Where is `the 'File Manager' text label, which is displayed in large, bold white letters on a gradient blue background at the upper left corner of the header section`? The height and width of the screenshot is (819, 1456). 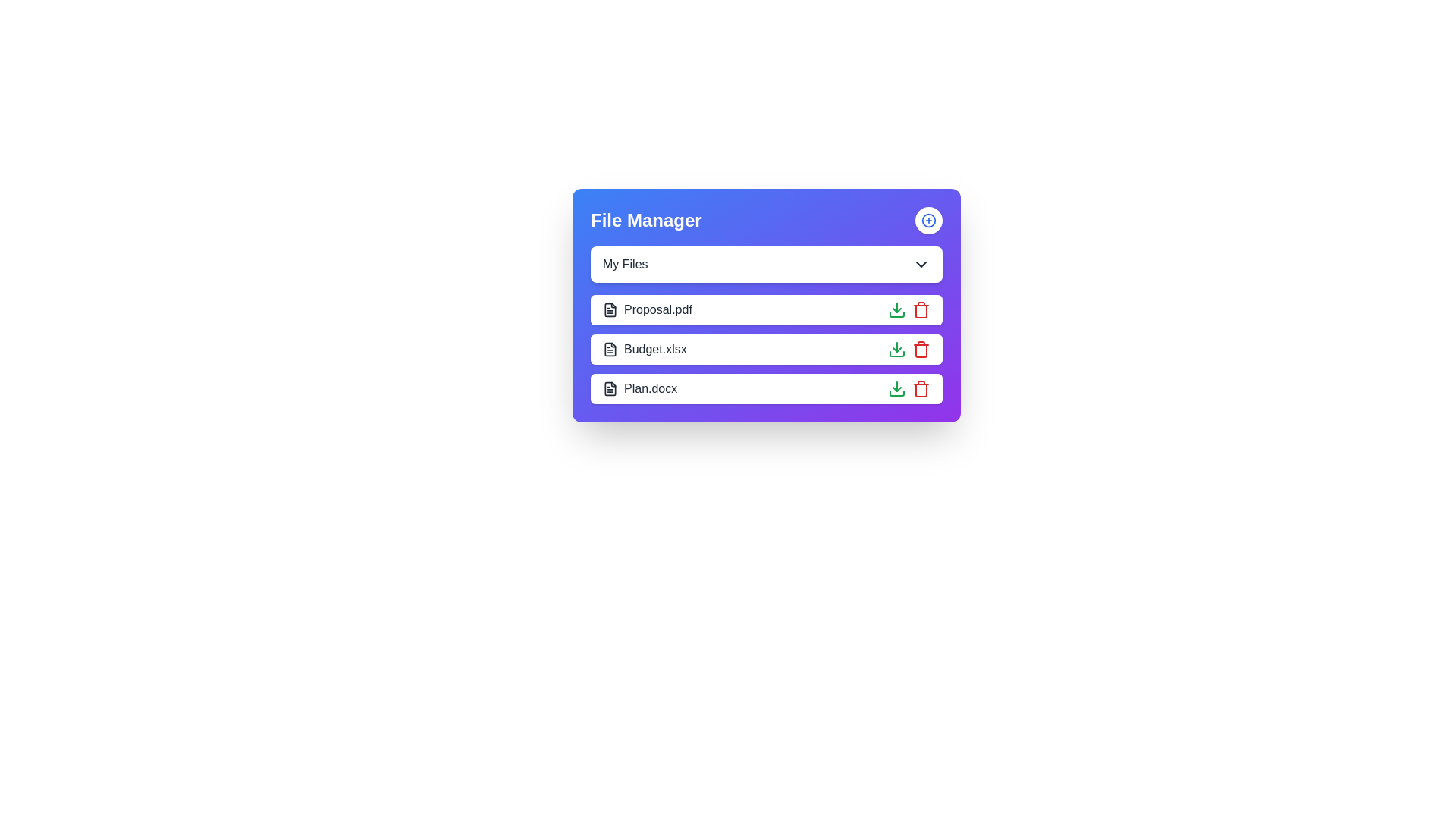 the 'File Manager' text label, which is displayed in large, bold white letters on a gradient blue background at the upper left corner of the header section is located at coordinates (646, 220).